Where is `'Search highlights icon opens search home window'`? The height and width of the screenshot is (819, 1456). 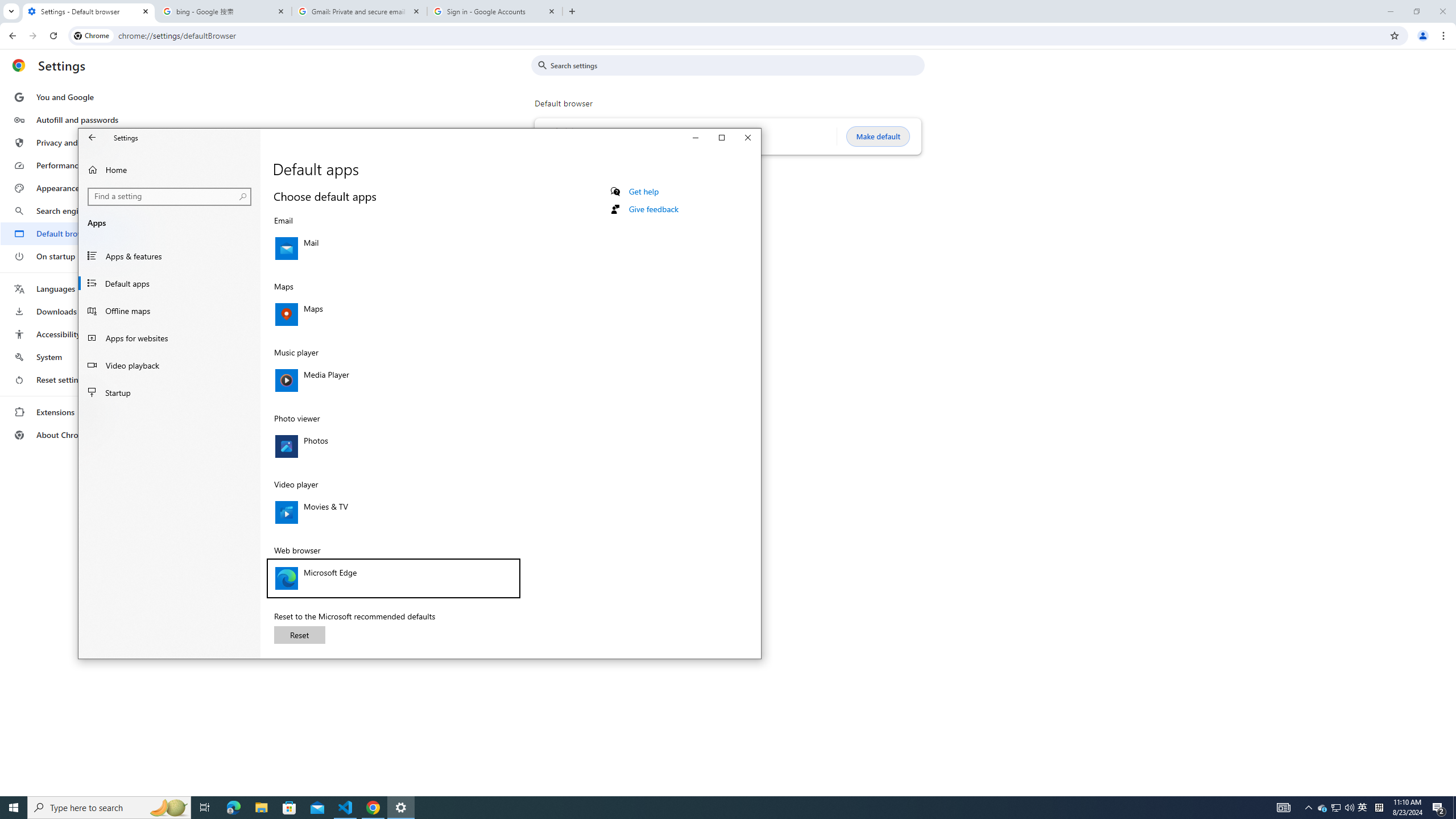
'Search highlights icon opens search home window' is located at coordinates (167, 806).